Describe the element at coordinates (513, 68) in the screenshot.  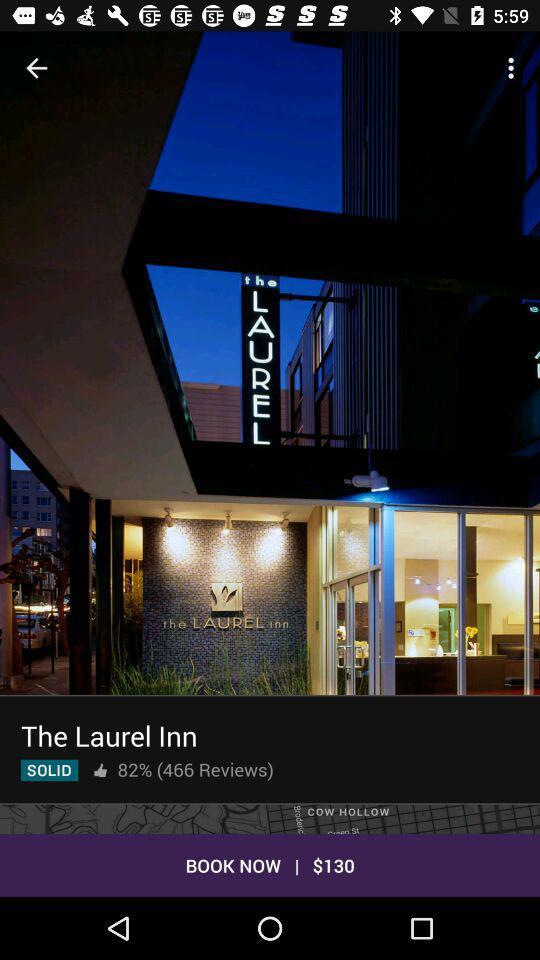
I see `item at the top right corner` at that location.